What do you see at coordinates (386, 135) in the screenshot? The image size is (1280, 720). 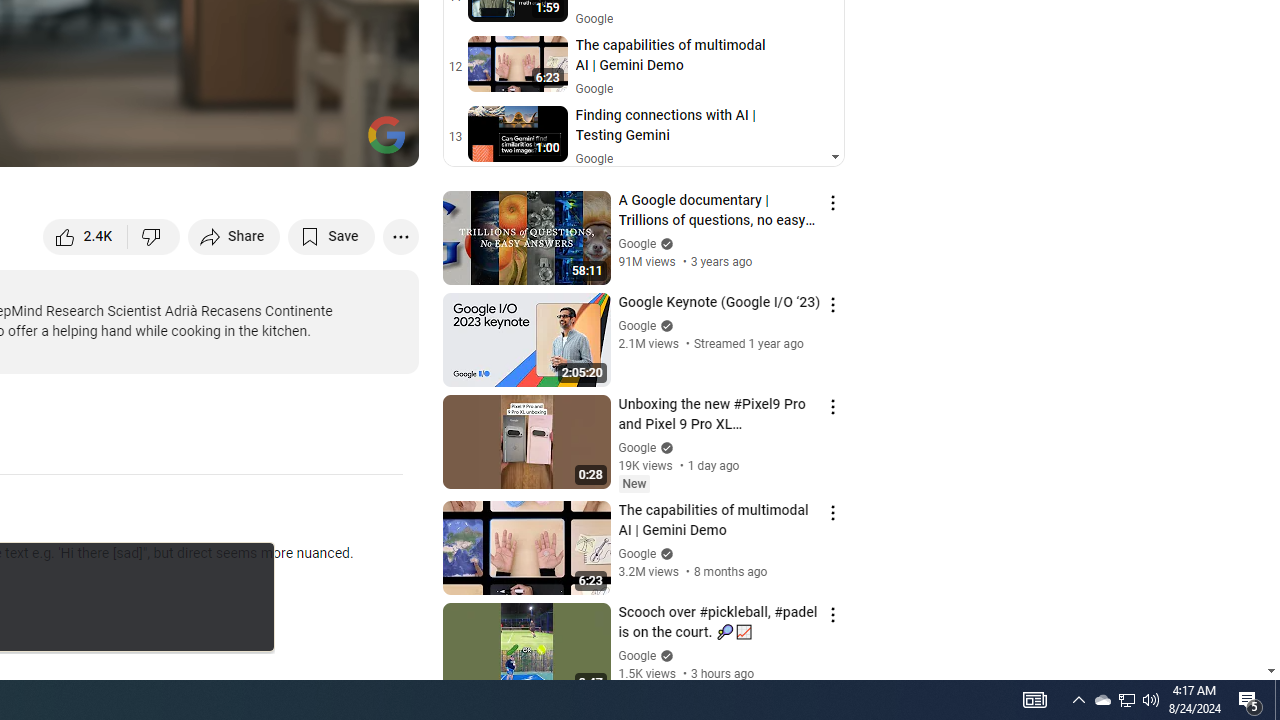 I see `'Channel watermark'` at bounding box center [386, 135].